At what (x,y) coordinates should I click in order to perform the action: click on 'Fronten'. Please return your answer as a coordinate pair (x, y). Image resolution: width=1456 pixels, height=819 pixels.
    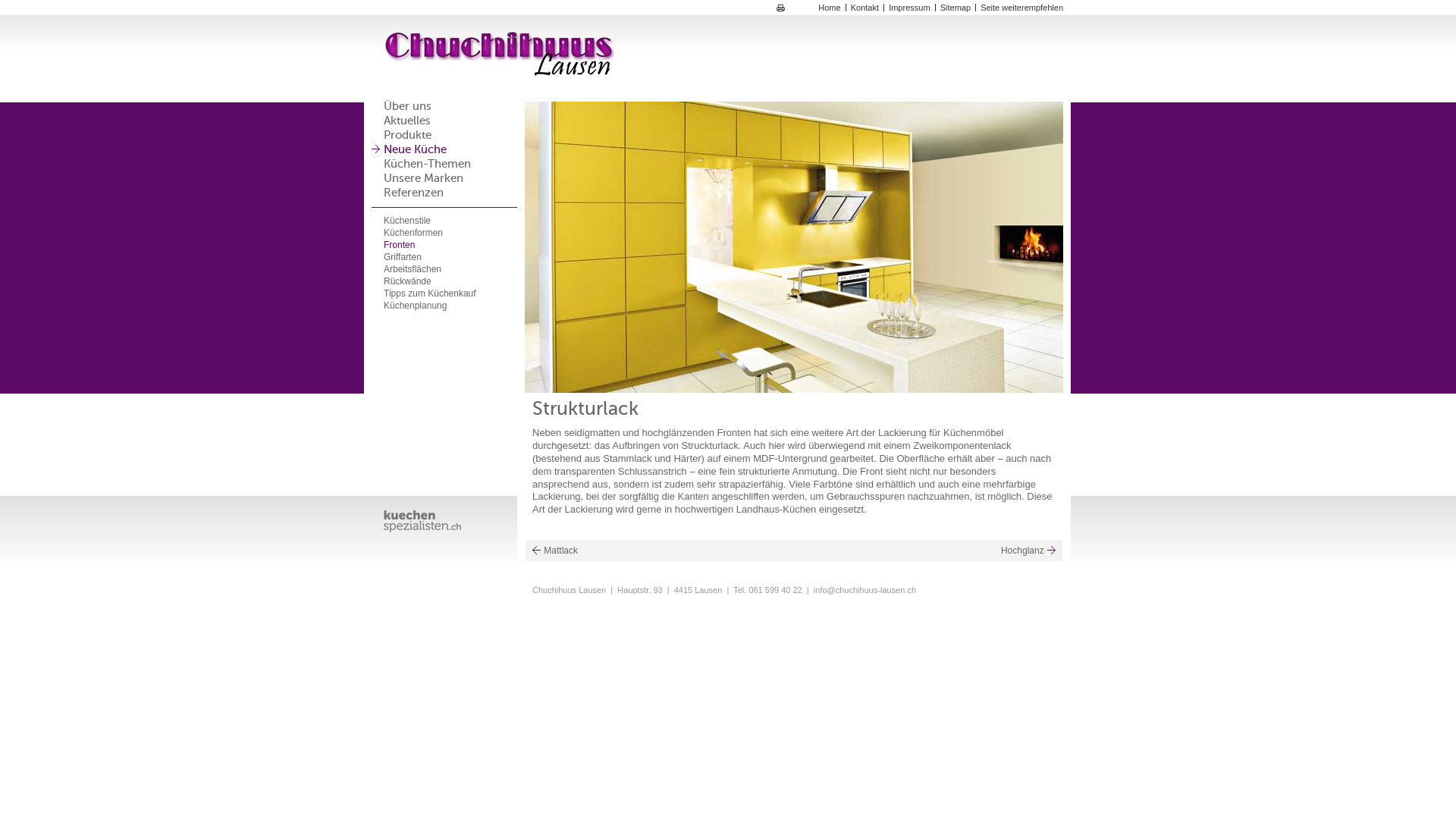
    Looking at the image, I should click on (399, 244).